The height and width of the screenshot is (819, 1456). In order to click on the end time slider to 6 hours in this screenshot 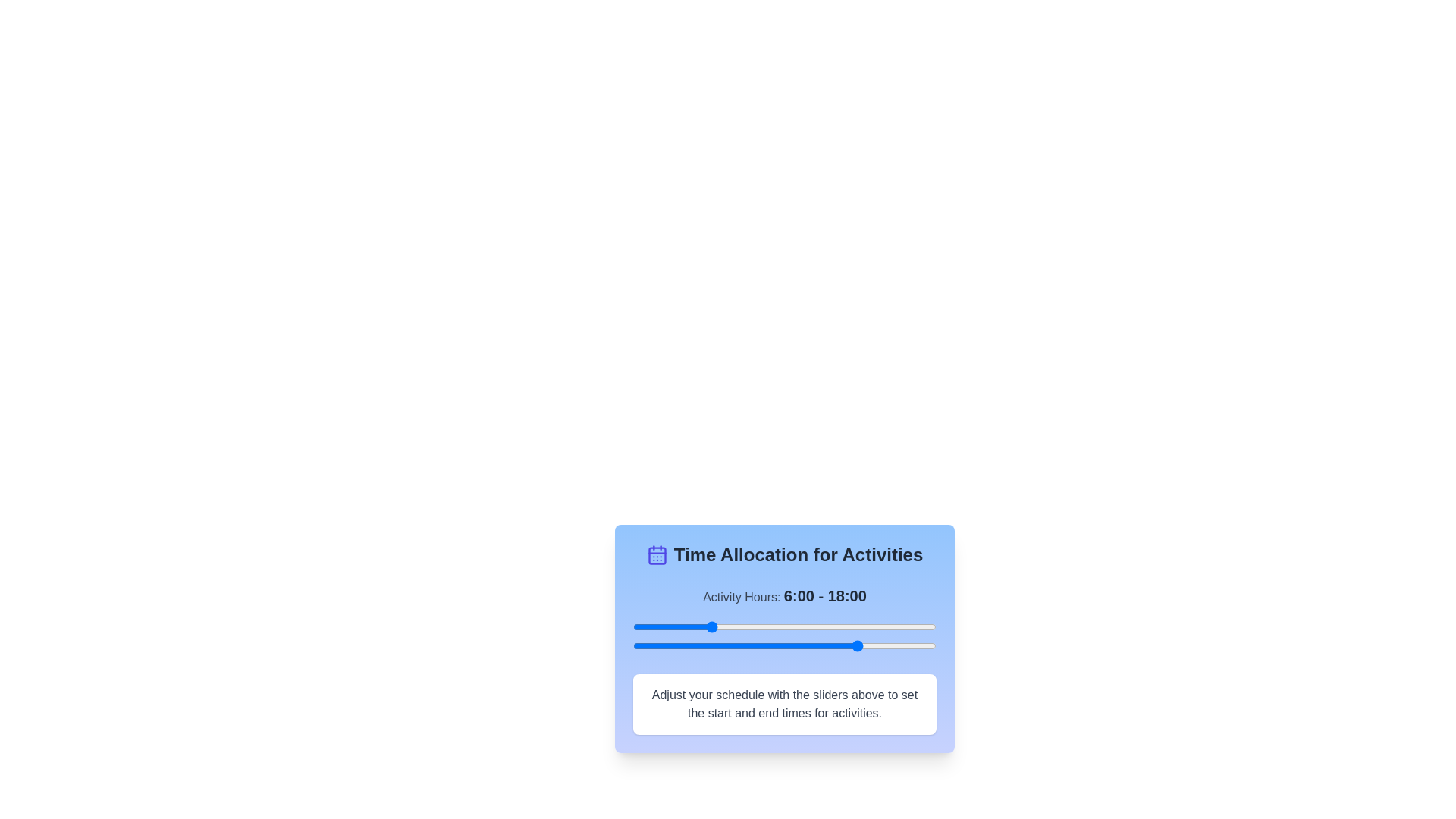, I will do `click(708, 646)`.